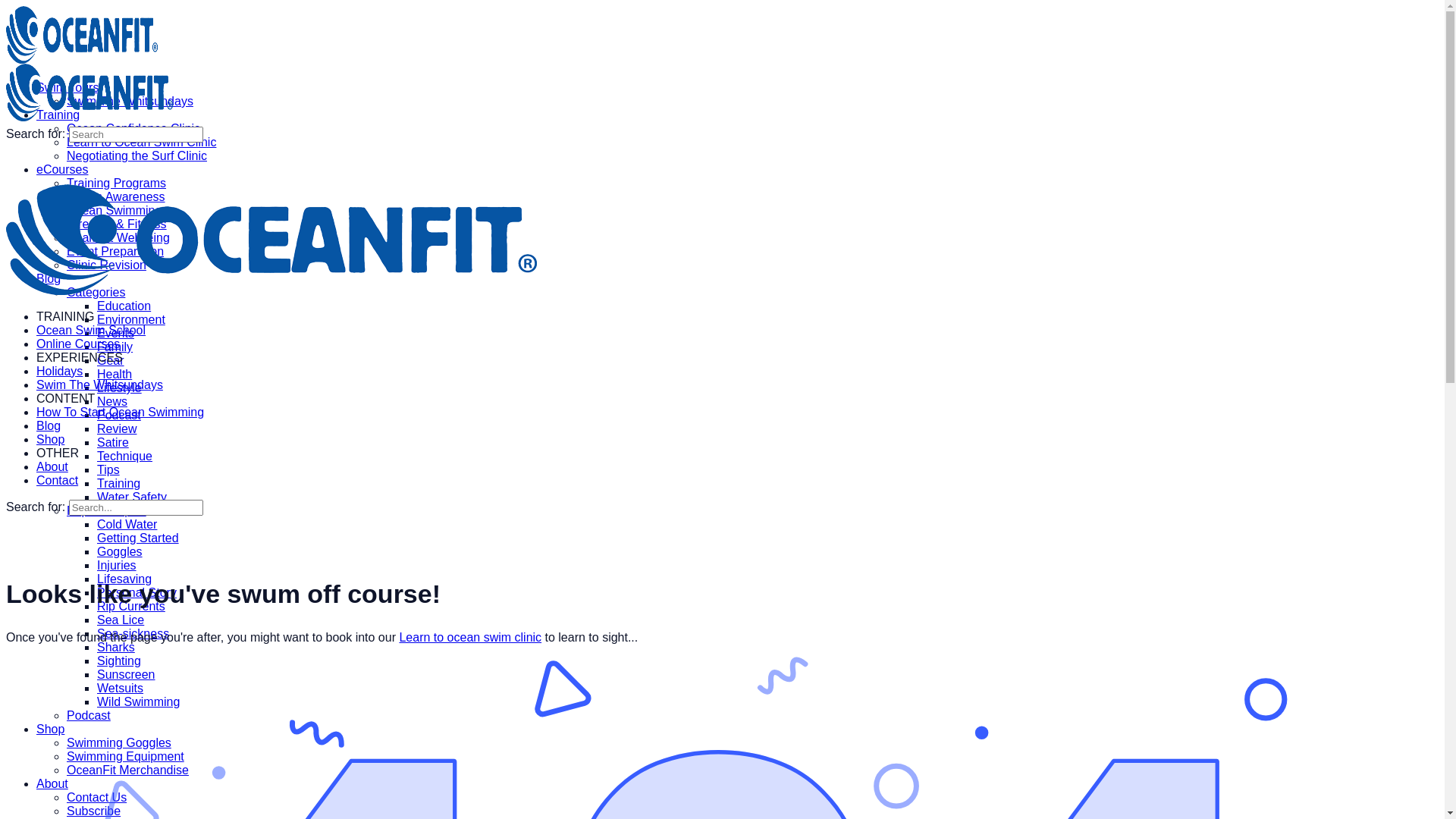 This screenshot has width=1456, height=819. What do you see at coordinates (469, 637) in the screenshot?
I see `'Learn to ocean swim clinic'` at bounding box center [469, 637].